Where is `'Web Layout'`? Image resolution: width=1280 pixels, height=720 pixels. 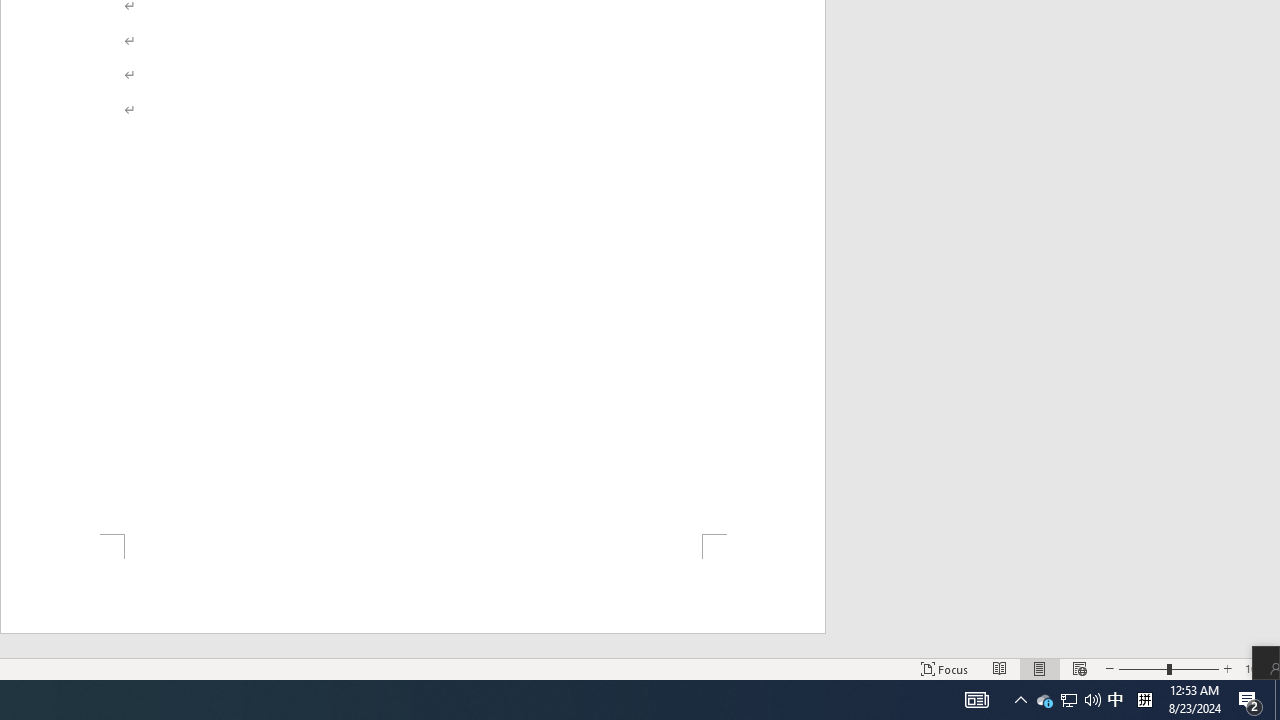 'Web Layout' is located at coordinates (1078, 669).